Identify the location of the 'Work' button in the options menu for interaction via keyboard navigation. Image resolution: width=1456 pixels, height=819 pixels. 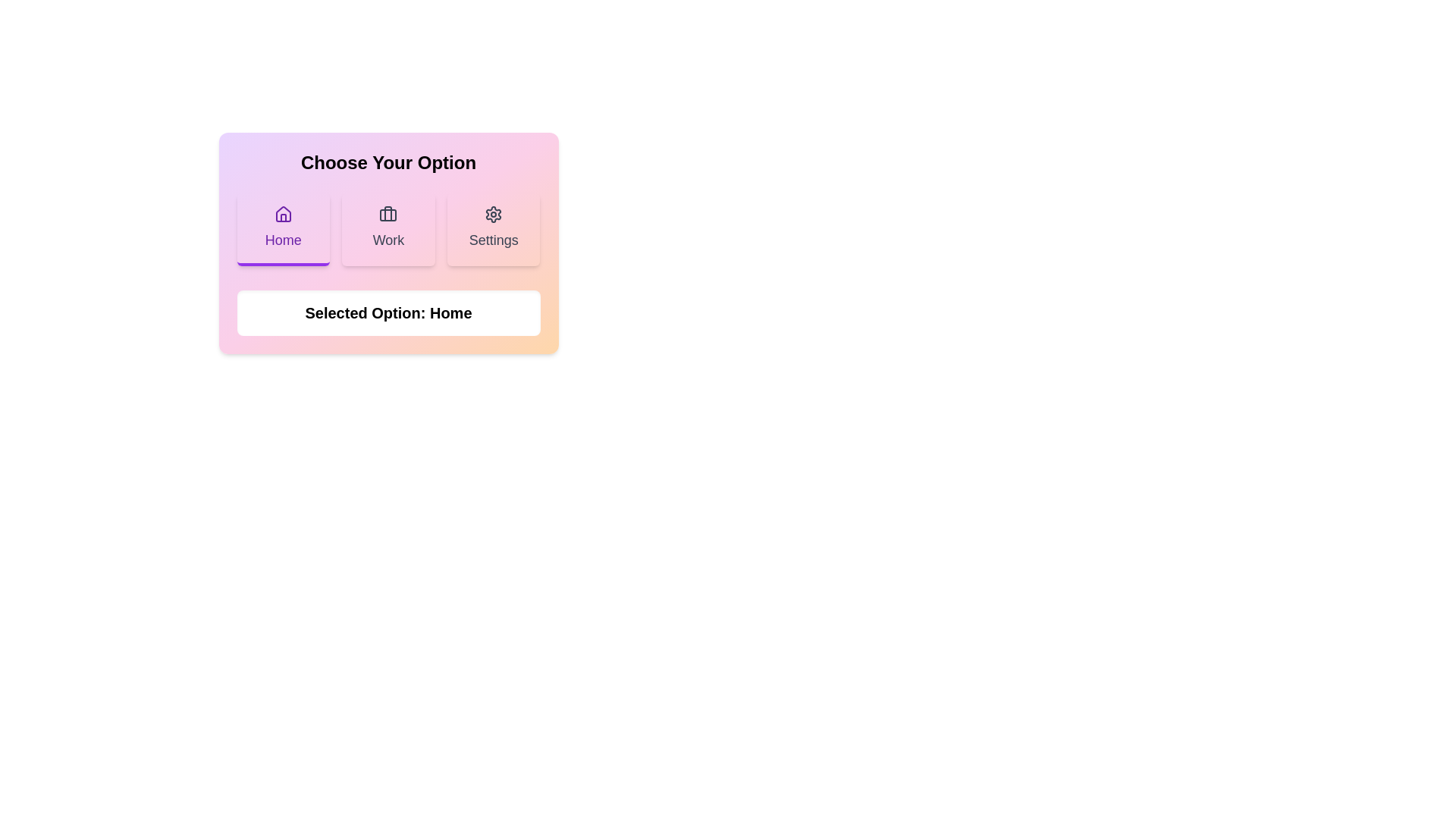
(388, 230).